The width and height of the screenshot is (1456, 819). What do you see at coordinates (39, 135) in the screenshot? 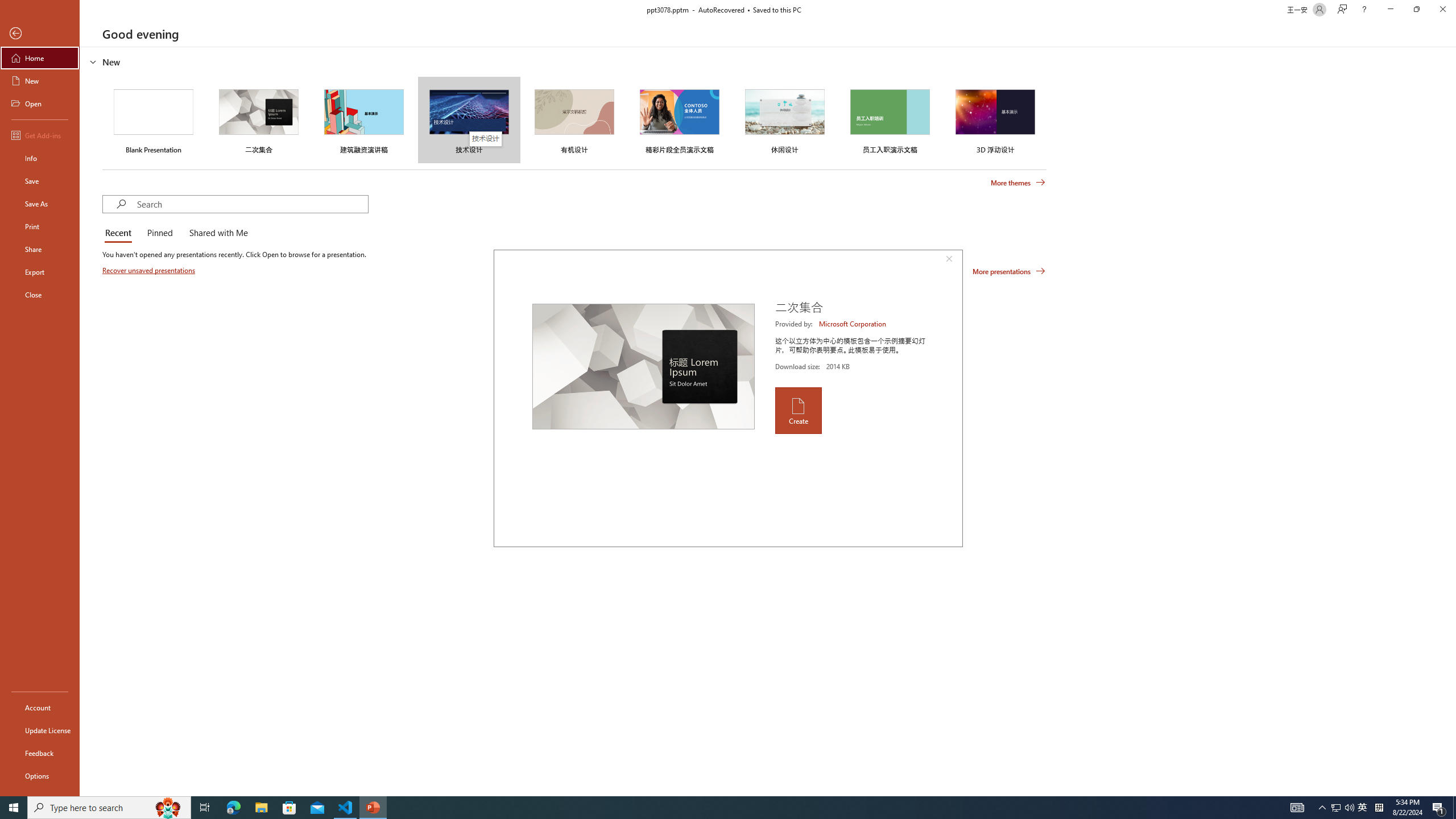
I see `'Get Add-ins'` at bounding box center [39, 135].